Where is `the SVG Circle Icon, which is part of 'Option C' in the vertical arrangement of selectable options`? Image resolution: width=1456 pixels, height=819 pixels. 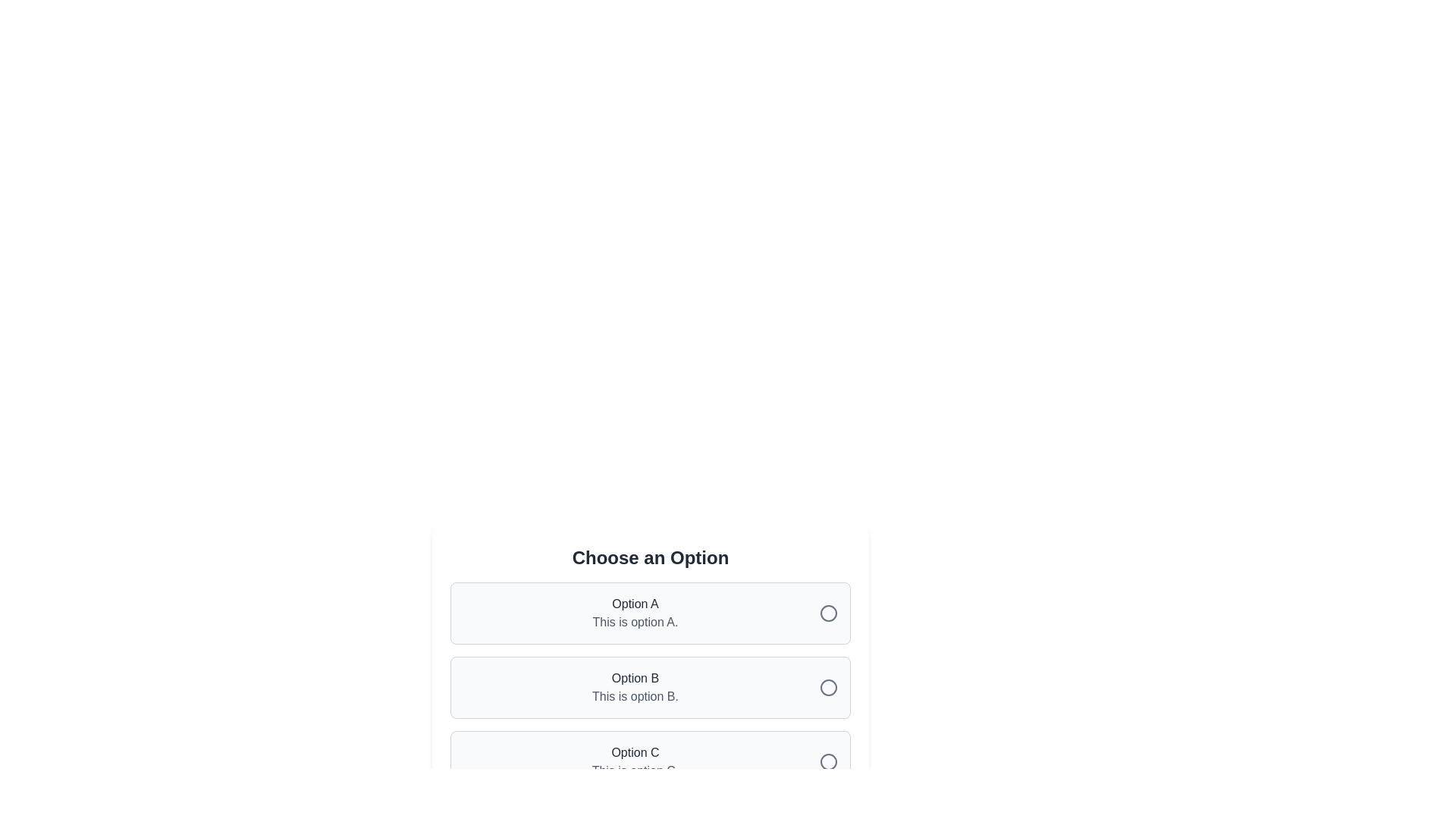
the SVG Circle Icon, which is part of 'Option C' in the vertical arrangement of selectable options is located at coordinates (828, 762).